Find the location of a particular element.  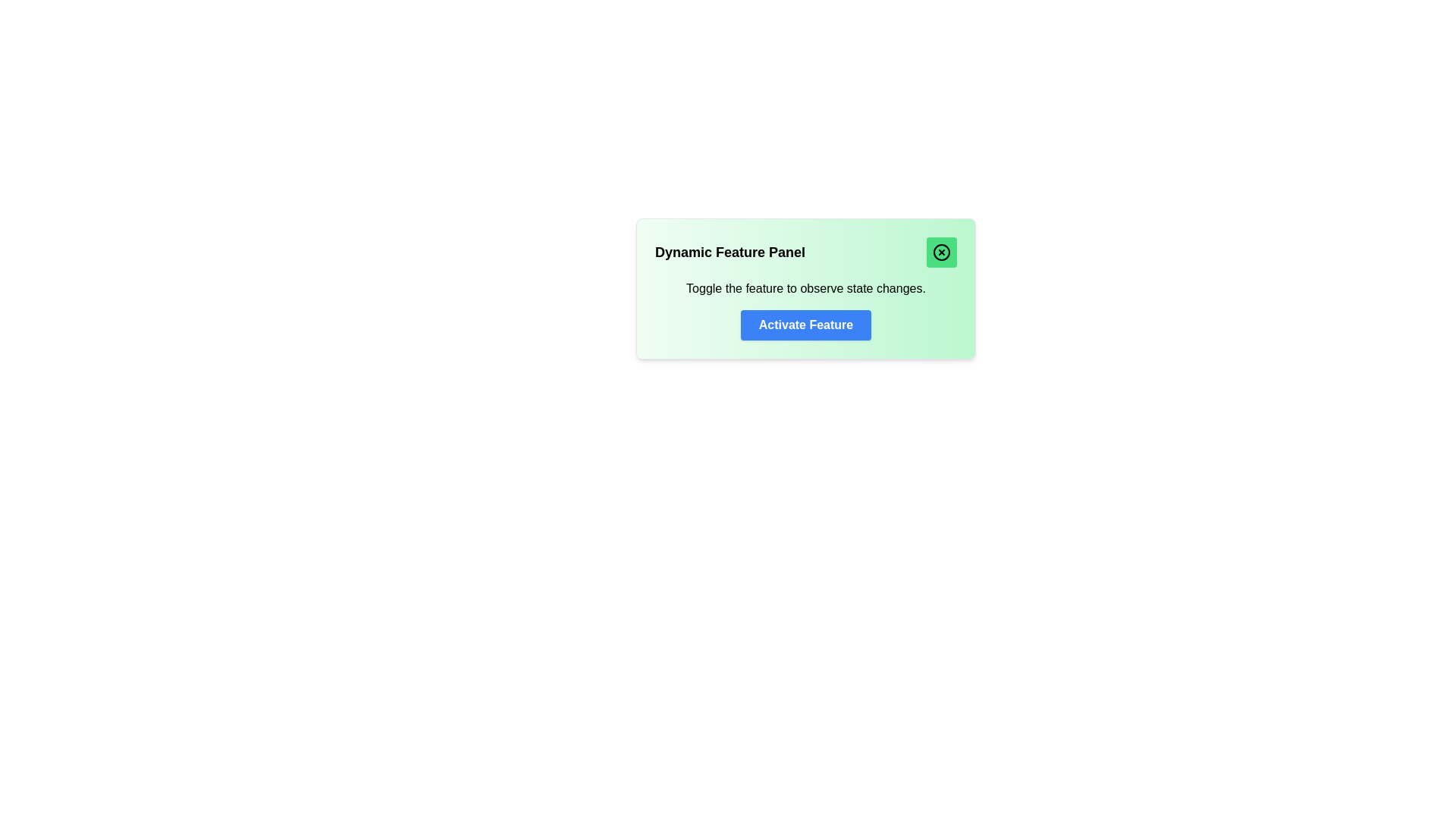

the green circular icon with a black border and a red cross symbol located in the top-right corner of the 'Dynamic Feature Panel' is located at coordinates (941, 251).